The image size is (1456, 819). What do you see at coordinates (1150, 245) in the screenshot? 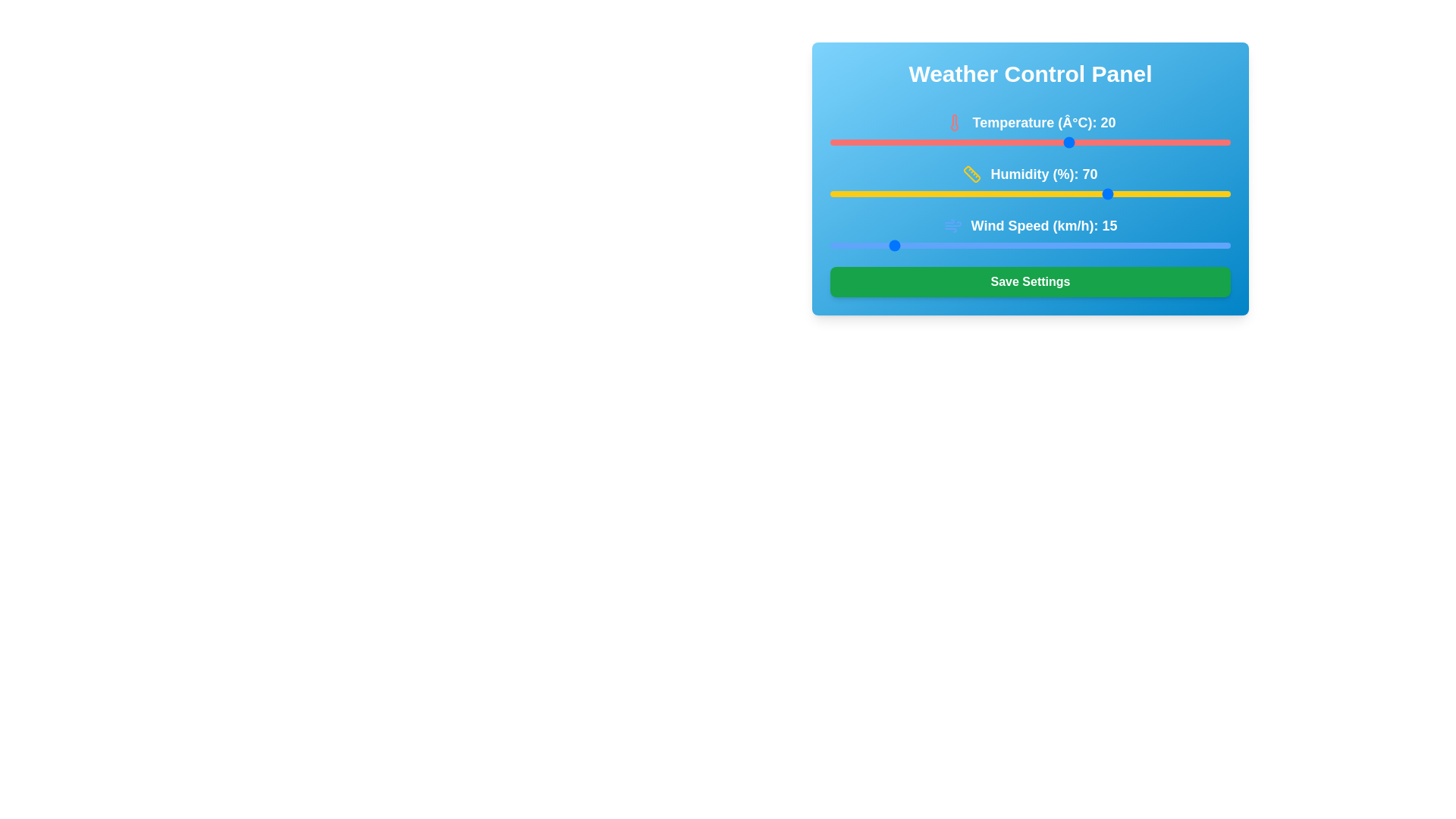
I see `wind speed` at bounding box center [1150, 245].